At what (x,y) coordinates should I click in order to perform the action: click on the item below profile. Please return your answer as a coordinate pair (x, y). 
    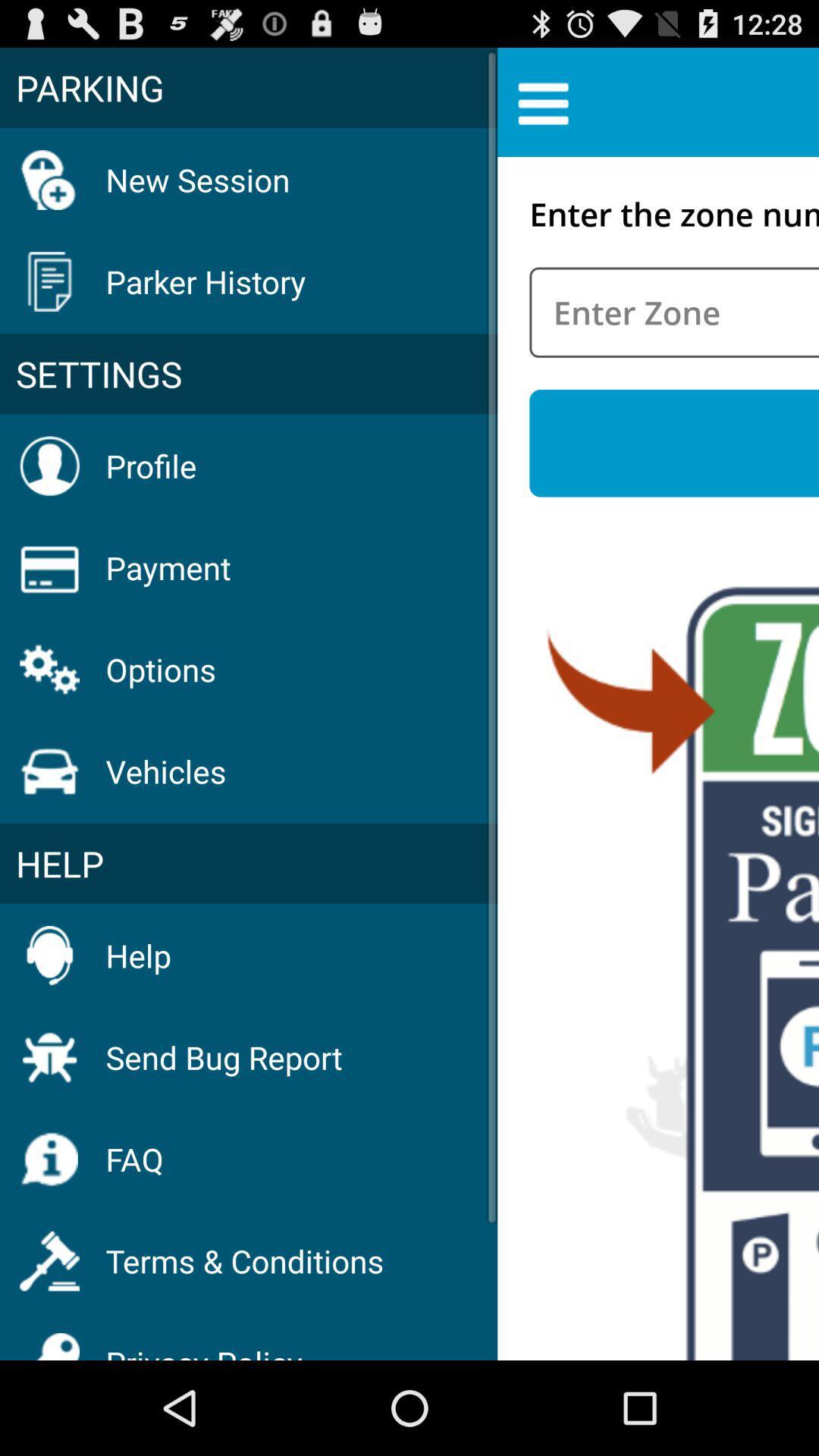
    Looking at the image, I should click on (168, 566).